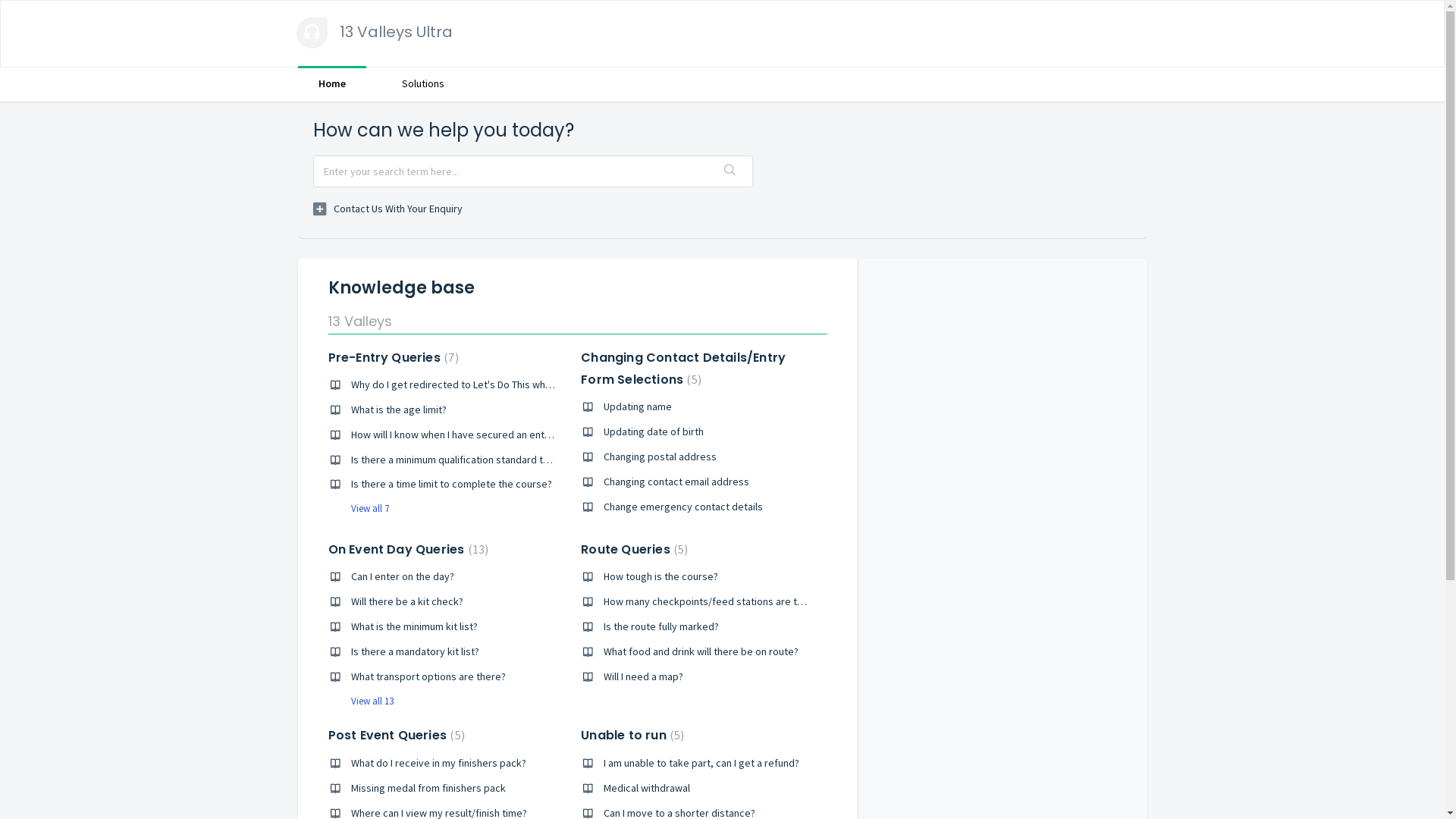 The height and width of the screenshot is (819, 1456). Describe the element at coordinates (701, 763) in the screenshot. I see `'I am unable to take part, can I get a refund?'` at that location.